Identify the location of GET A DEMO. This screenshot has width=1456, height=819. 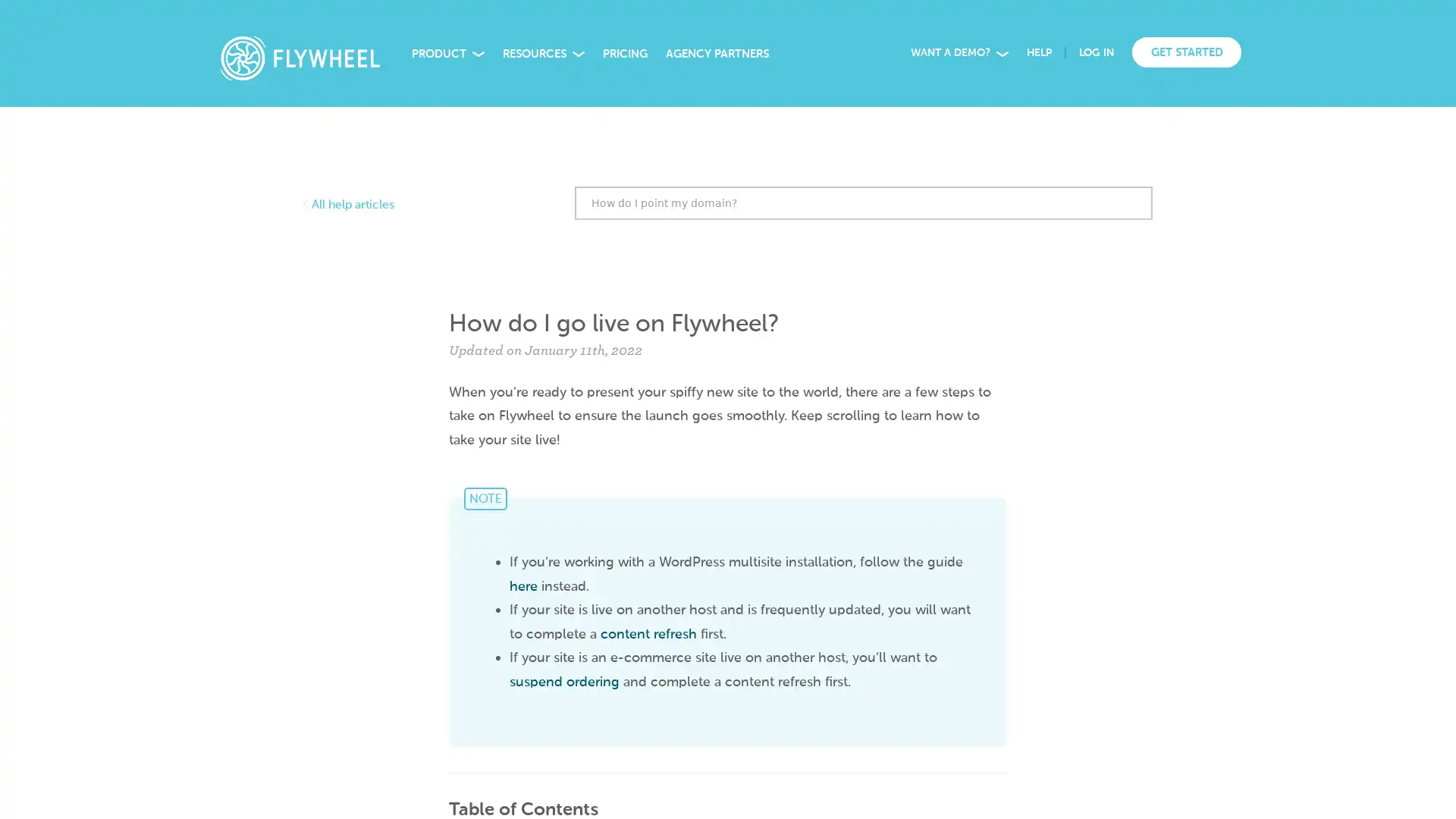
(262, 783).